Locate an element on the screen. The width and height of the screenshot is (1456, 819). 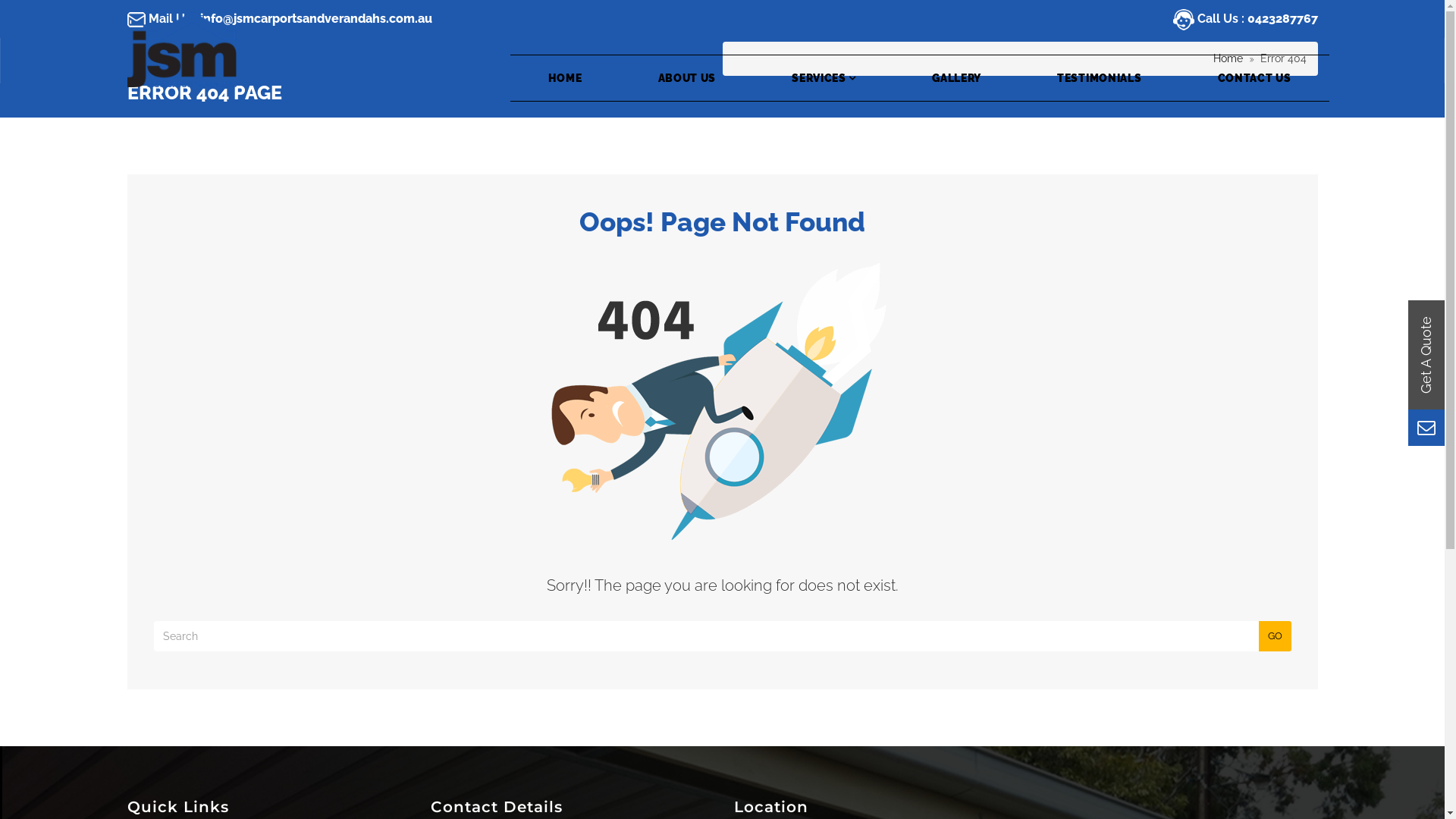
'CONTACT US' is located at coordinates (1254, 78).